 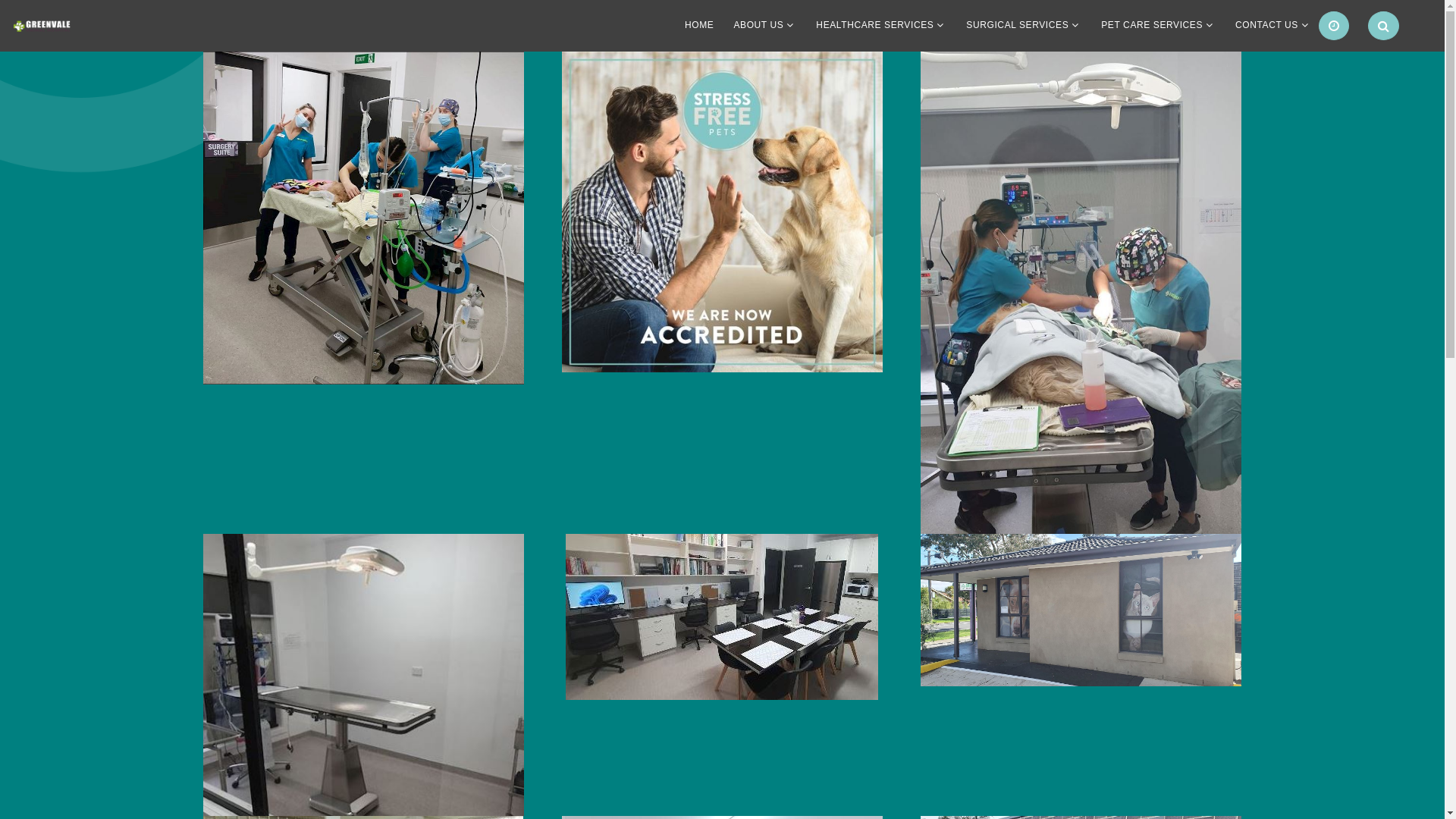 What do you see at coordinates (874, 25) in the screenshot?
I see `'HEALTHCARE SERVICES'` at bounding box center [874, 25].